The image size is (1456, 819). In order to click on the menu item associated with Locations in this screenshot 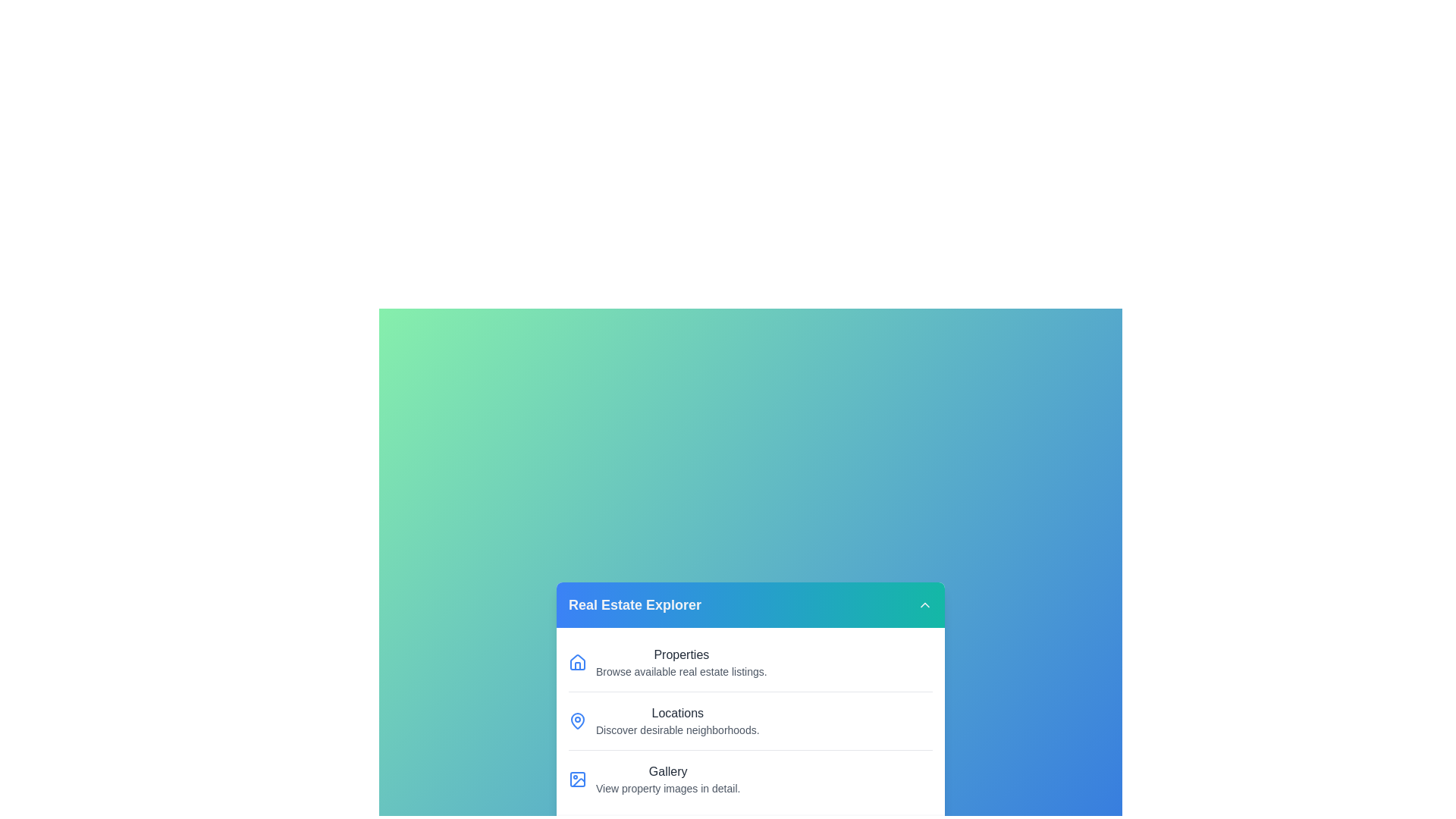, I will do `click(577, 720)`.